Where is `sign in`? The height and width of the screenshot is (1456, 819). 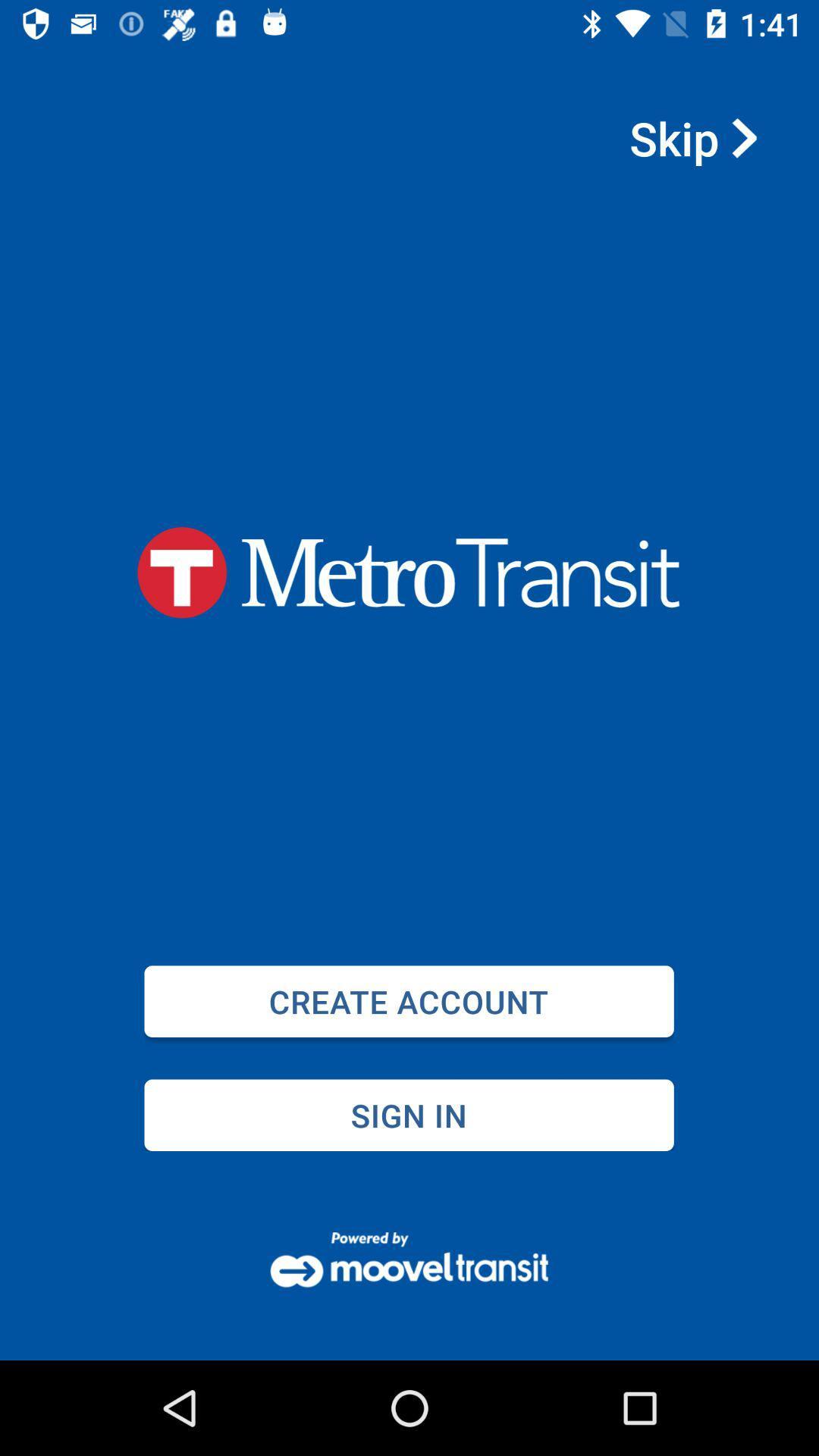
sign in is located at coordinates (408, 1115).